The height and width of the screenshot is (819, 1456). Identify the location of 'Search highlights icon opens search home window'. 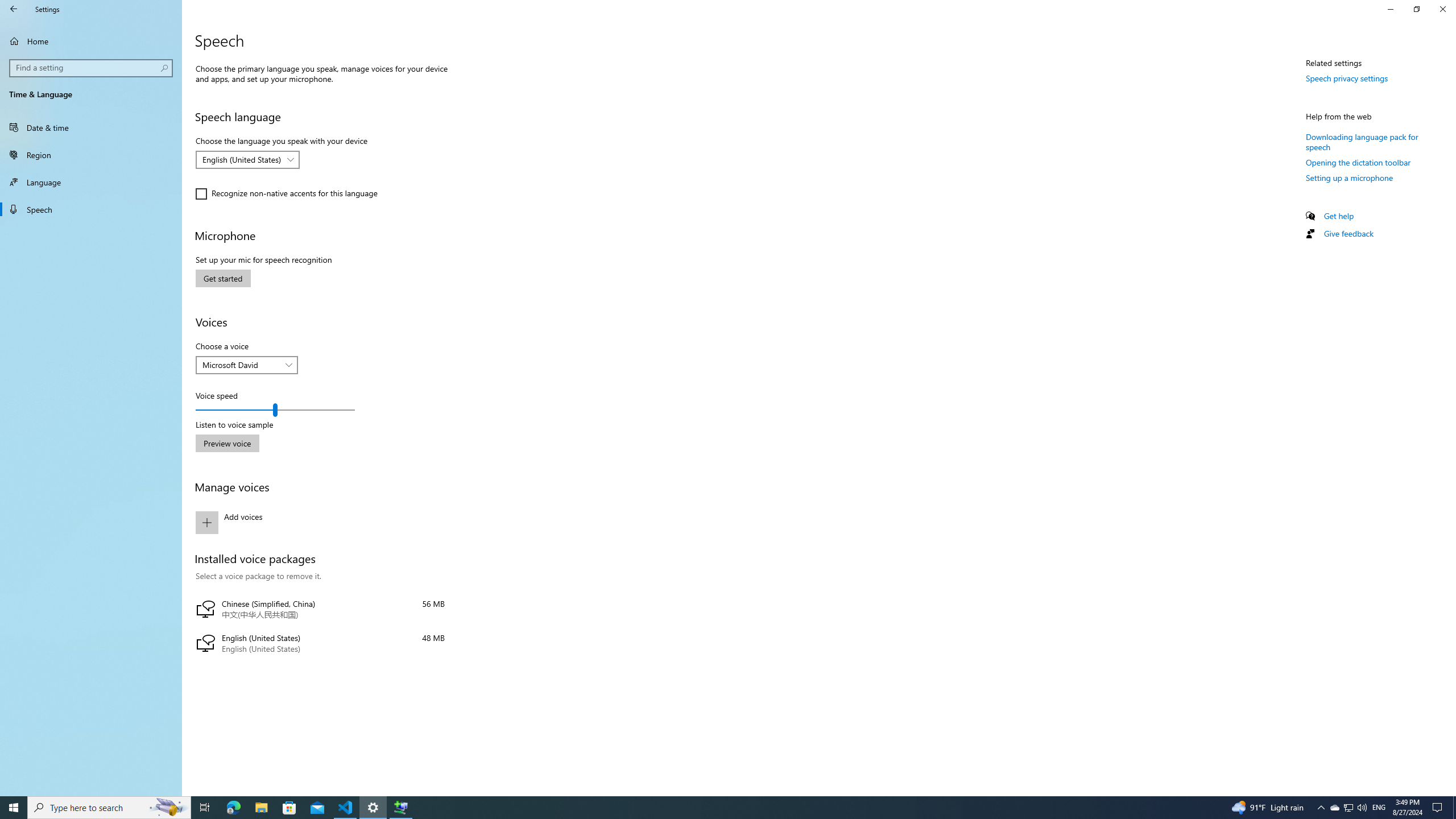
(167, 806).